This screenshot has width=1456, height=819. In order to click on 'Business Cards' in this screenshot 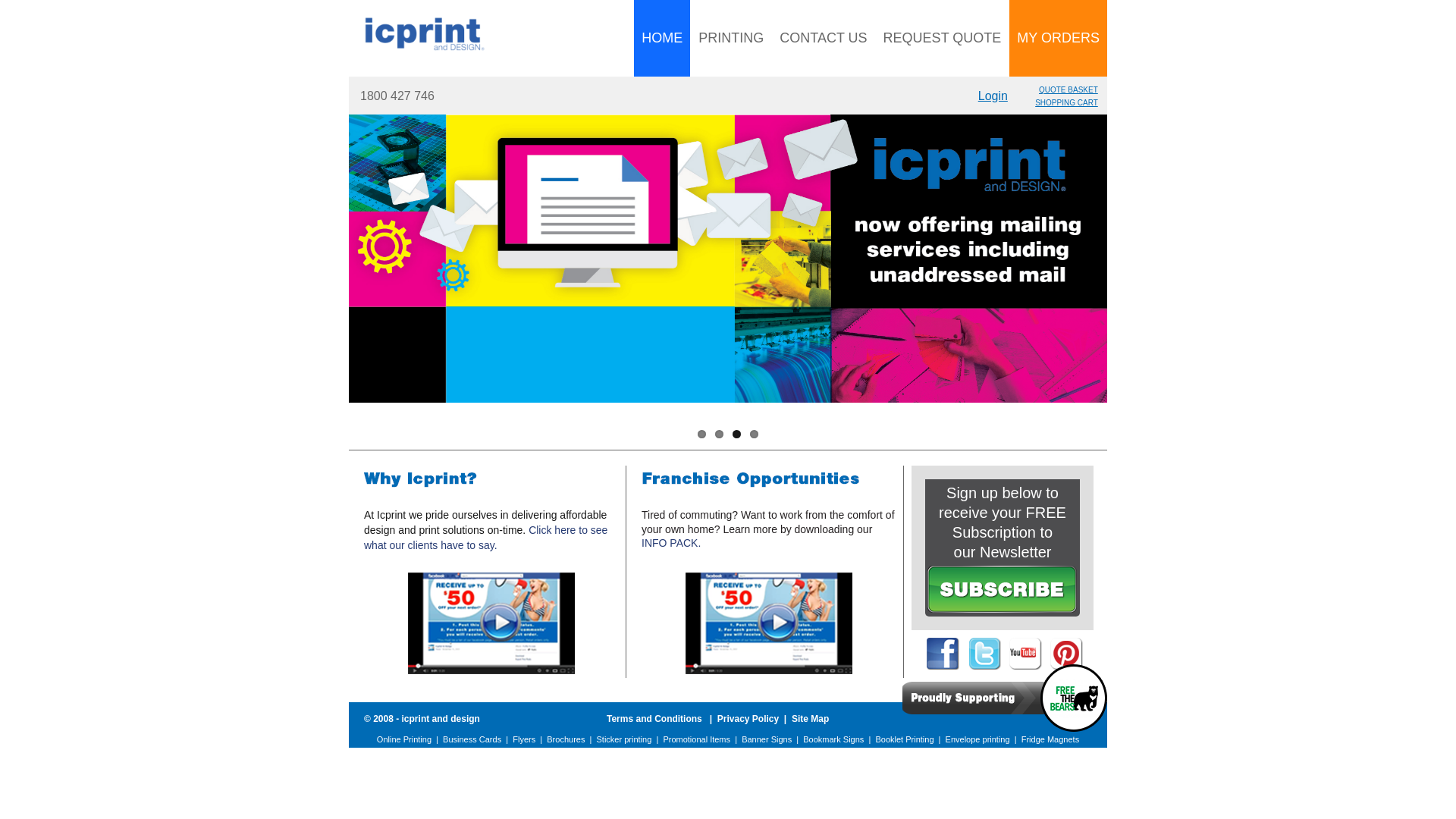, I will do `click(471, 739)`.